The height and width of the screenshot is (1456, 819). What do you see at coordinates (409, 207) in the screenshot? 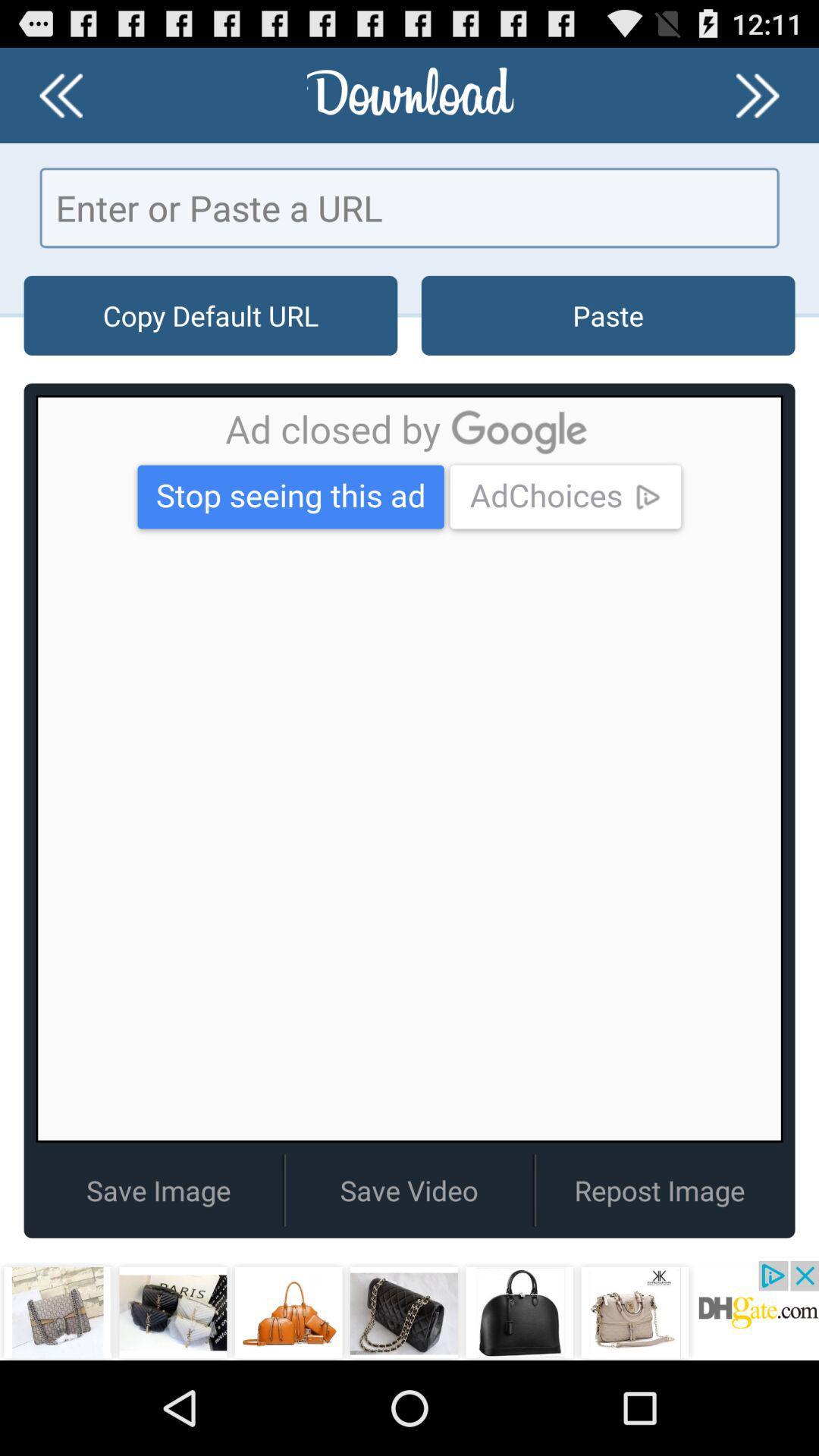
I see `search the information` at bounding box center [409, 207].